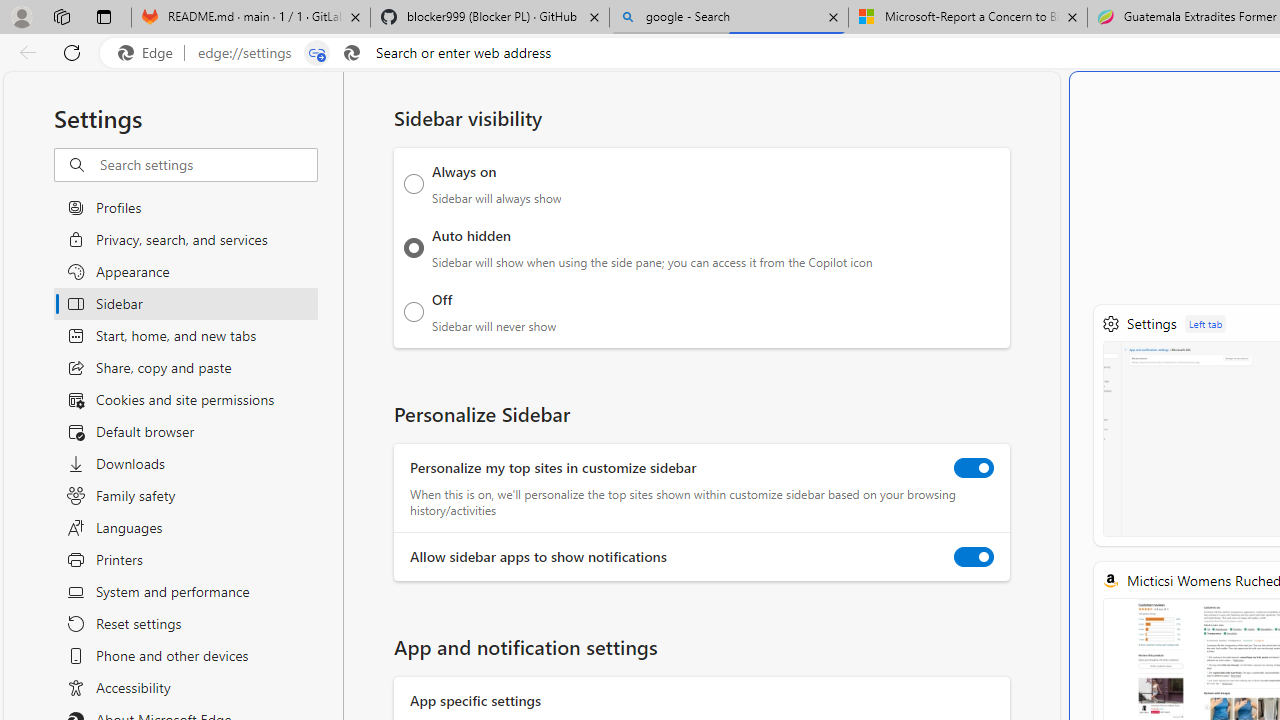 The height and width of the screenshot is (720, 1280). I want to click on 'Off Sidebar will never show', so click(413, 311).